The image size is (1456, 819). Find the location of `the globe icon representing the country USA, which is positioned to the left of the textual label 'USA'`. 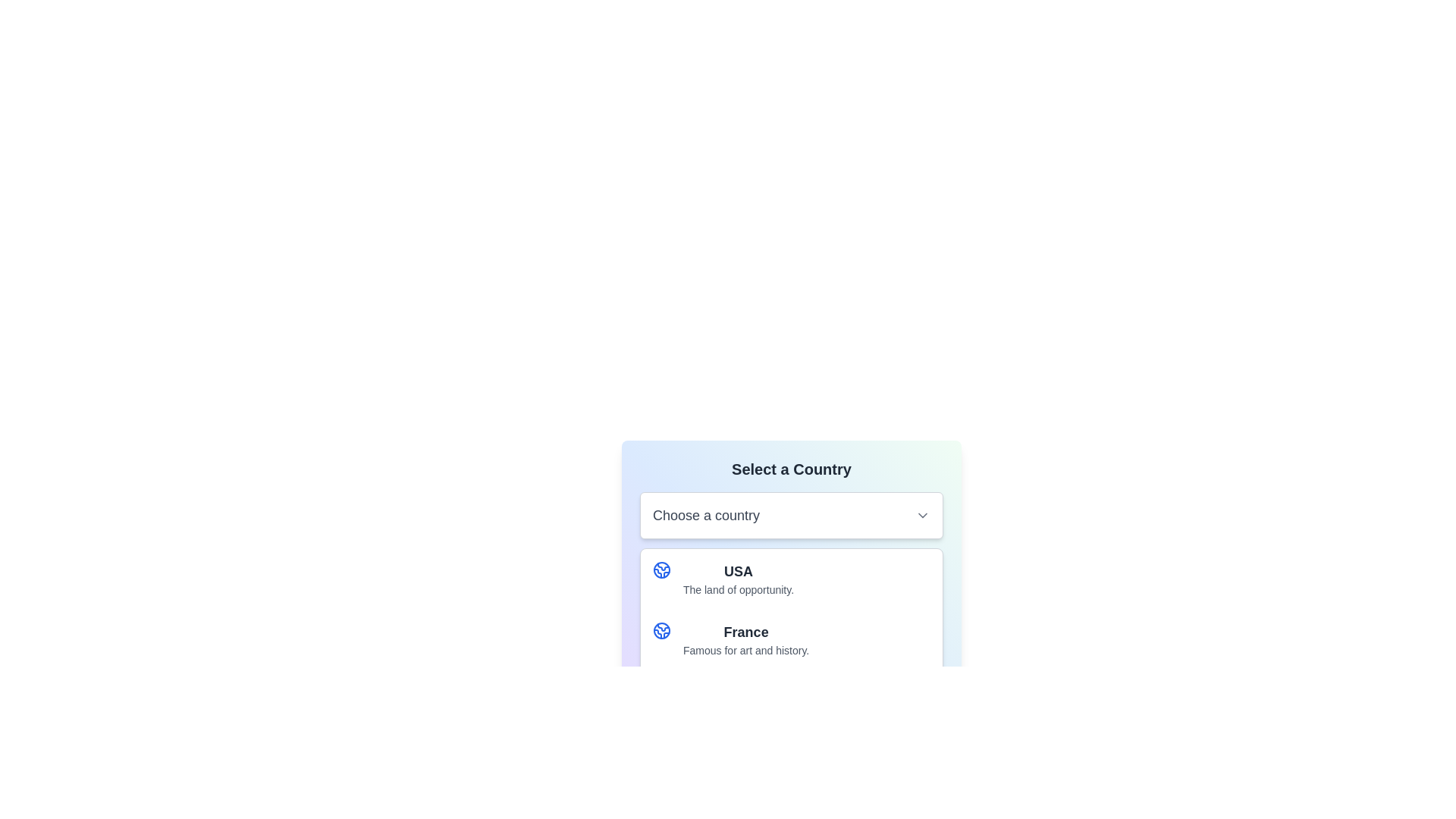

the globe icon representing the country USA, which is positioned to the left of the textual label 'USA' is located at coordinates (662, 570).